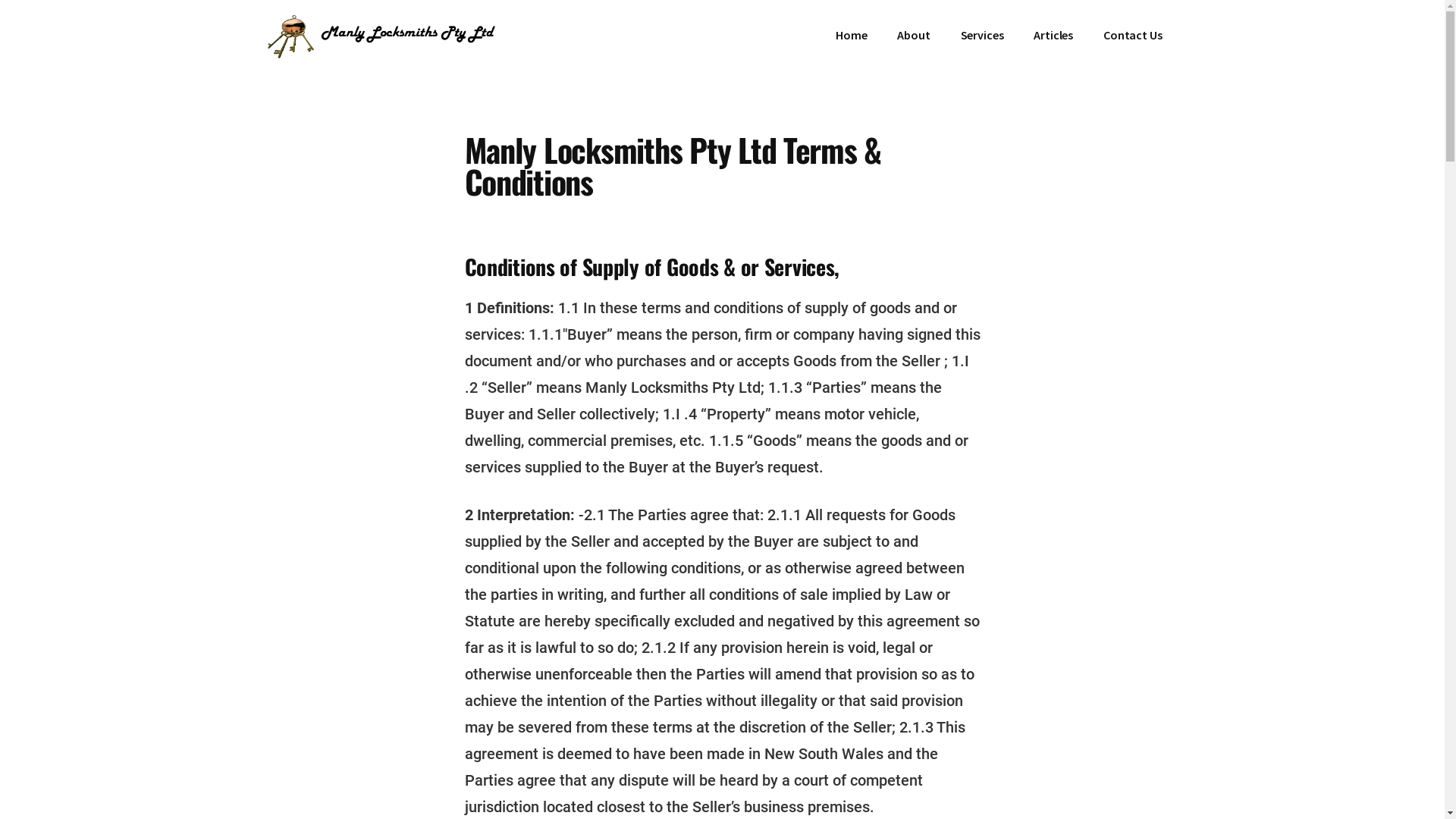 The height and width of the screenshot is (819, 1456). Describe the element at coordinates (1052, 34) in the screenshot. I see `'Articles'` at that location.